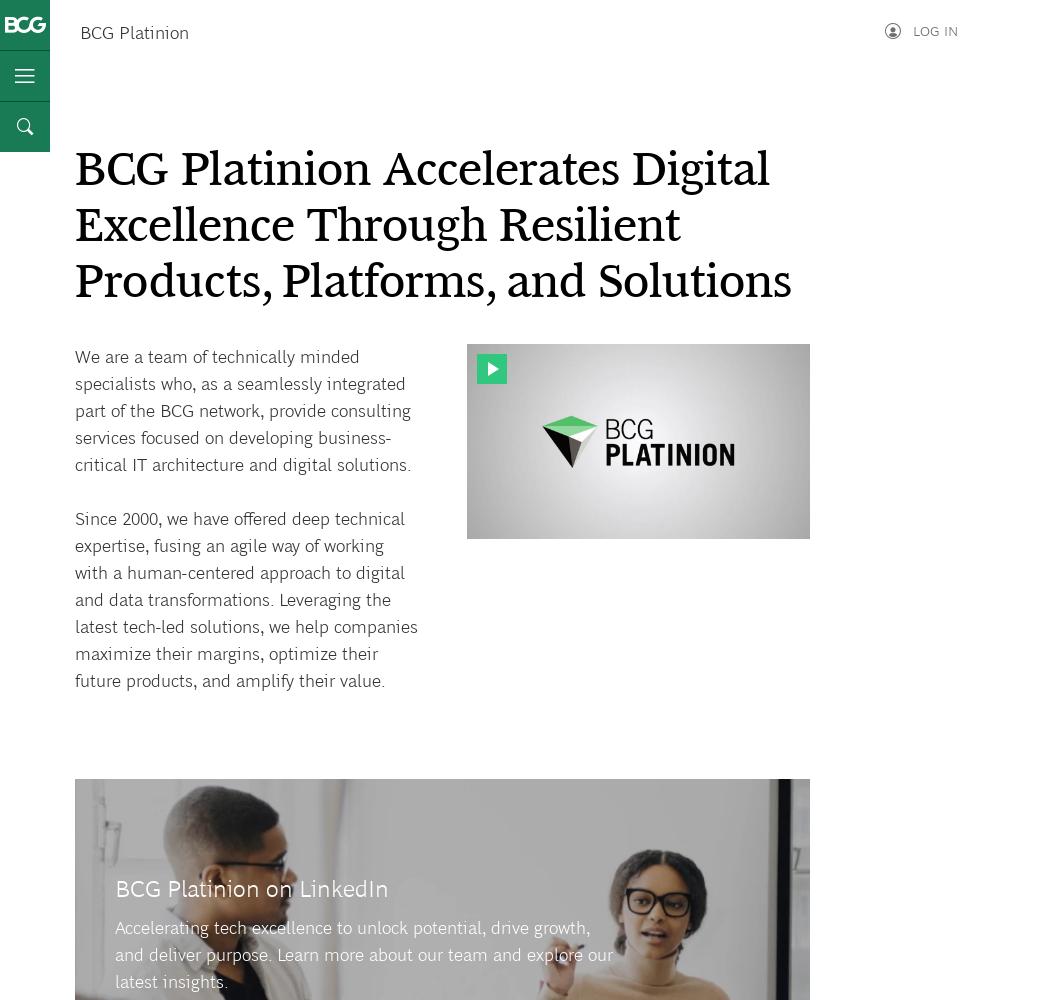  Describe the element at coordinates (432, 223) in the screenshot. I see `'BCG Platinion Accelerates Digital Excellence Through Resilient Products, Platforms, and Solutions'` at that location.